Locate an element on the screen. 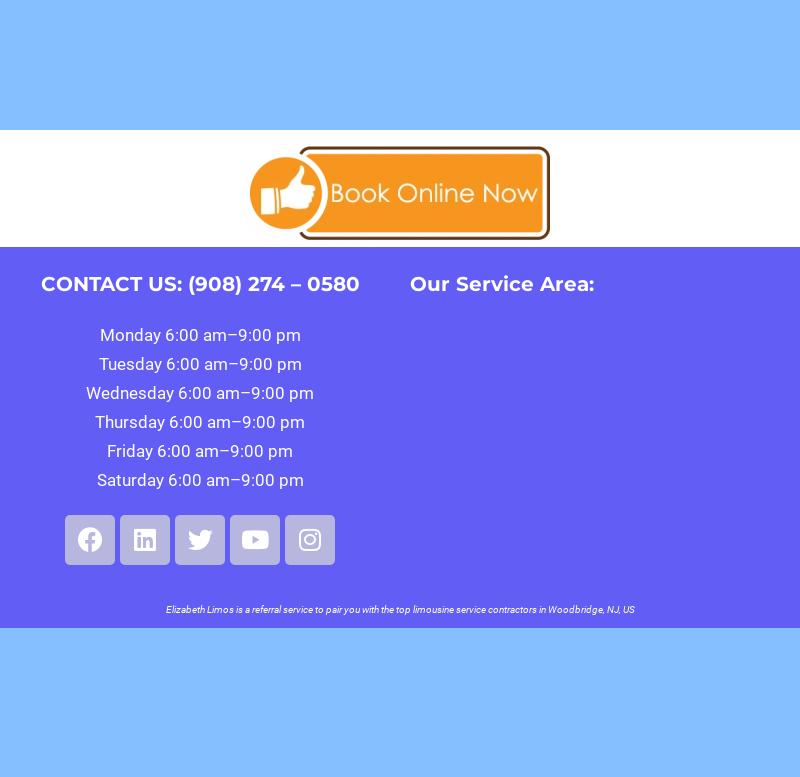  'Wednesday 6:00 am–9:00 pm' is located at coordinates (200, 392).